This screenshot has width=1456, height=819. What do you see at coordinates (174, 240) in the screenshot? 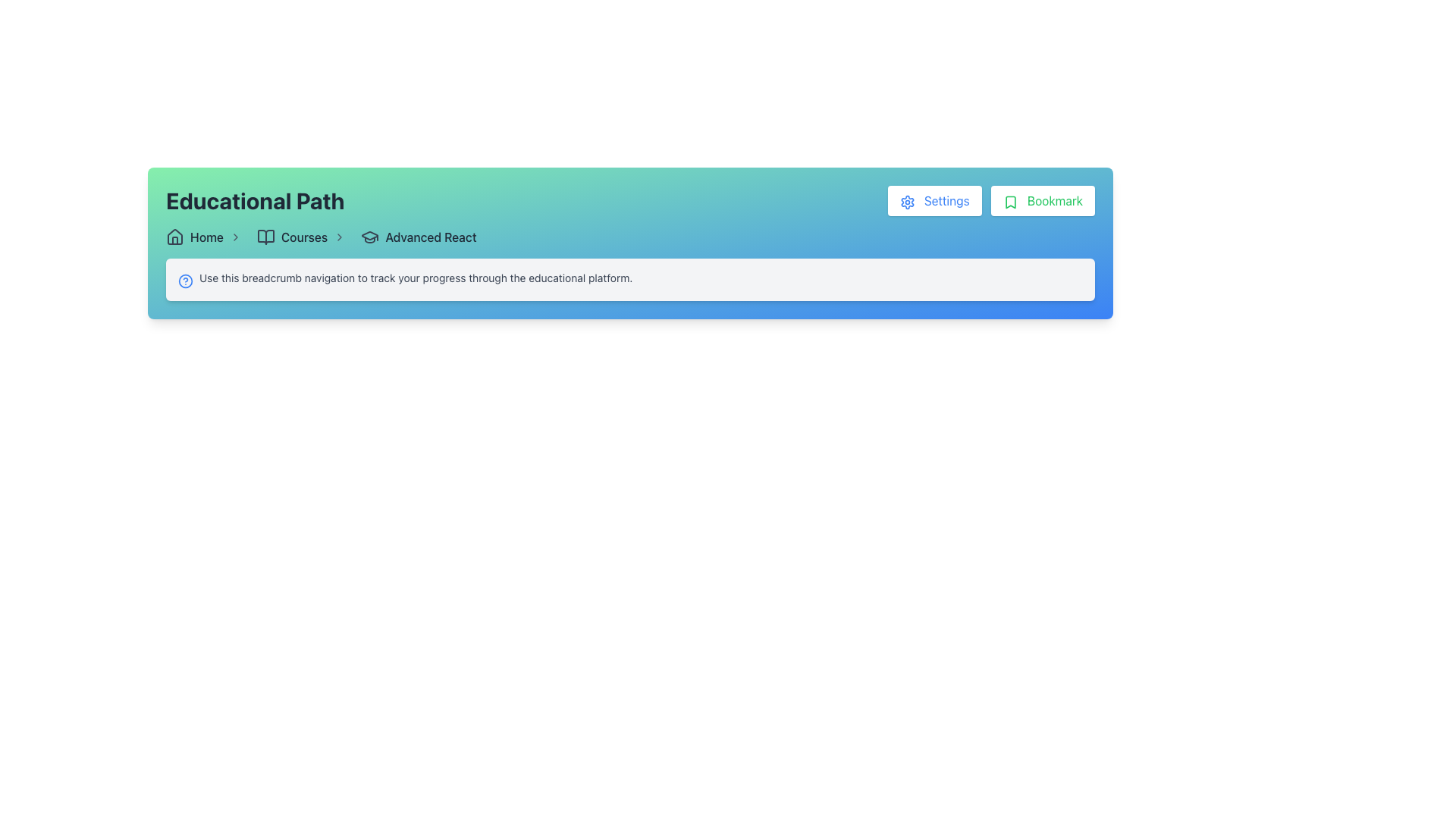
I see `the decorative vector graphic element resembling a door, which is part of the house icon in the breadcrumb navigation bar adjacent to the 'Home' text` at bounding box center [174, 240].